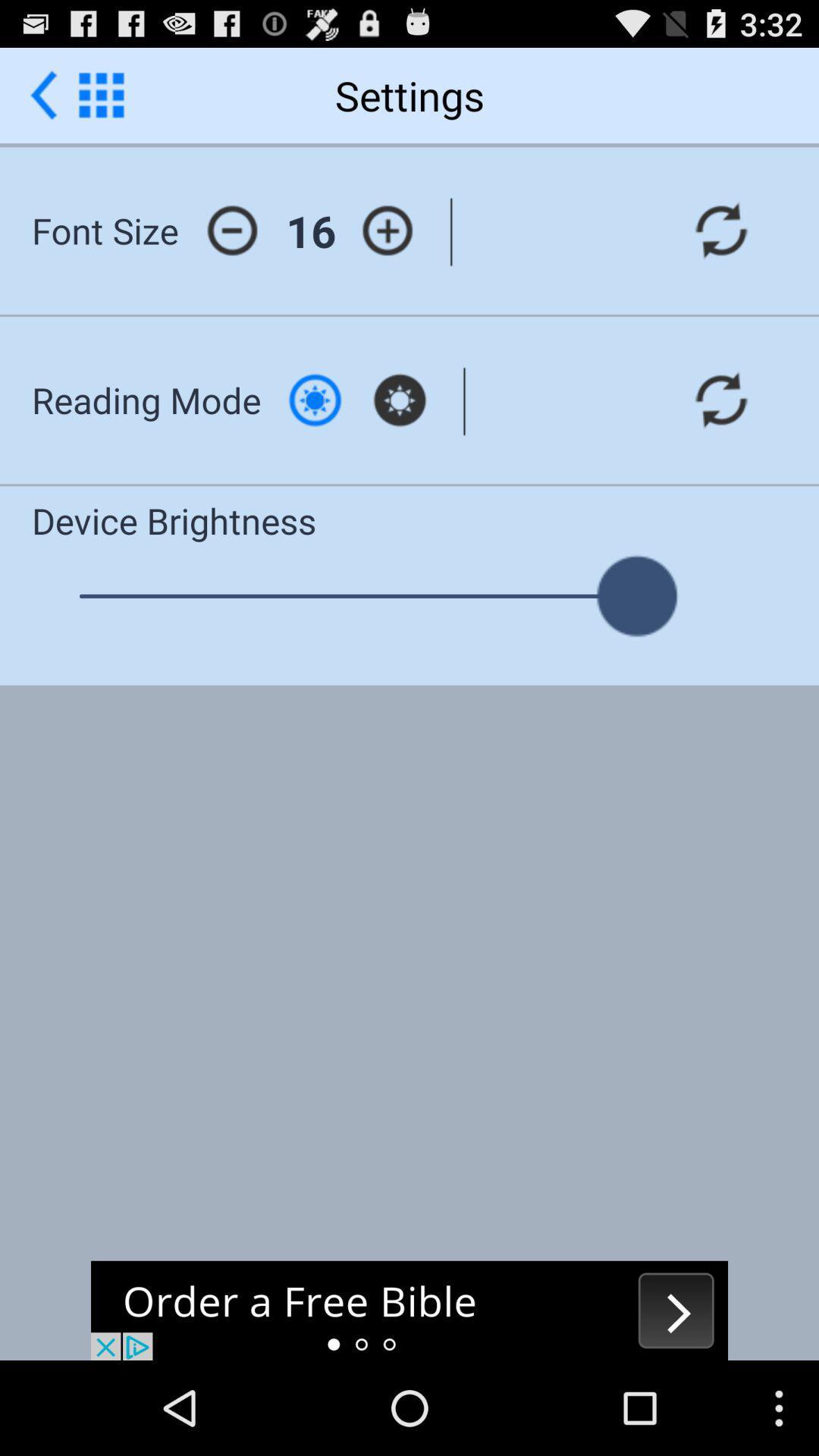 This screenshot has height=1456, width=819. Describe the element at coordinates (314, 400) in the screenshot. I see `britness adjustment option` at that location.